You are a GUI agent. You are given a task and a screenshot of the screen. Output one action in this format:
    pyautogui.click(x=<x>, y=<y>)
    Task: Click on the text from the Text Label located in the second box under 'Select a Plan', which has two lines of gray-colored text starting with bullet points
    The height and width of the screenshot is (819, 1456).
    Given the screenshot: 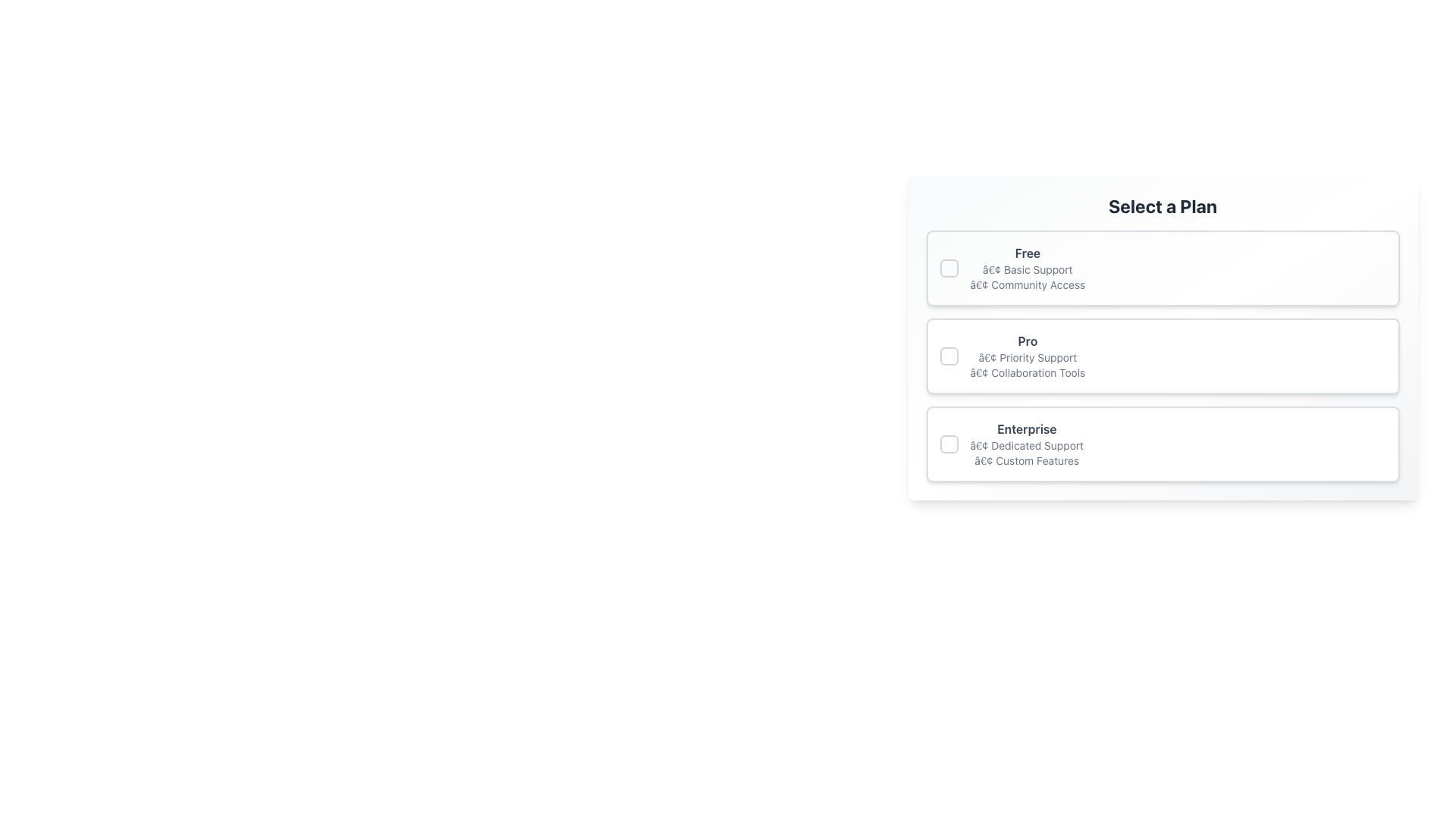 What is the action you would take?
    pyautogui.click(x=1028, y=366)
    